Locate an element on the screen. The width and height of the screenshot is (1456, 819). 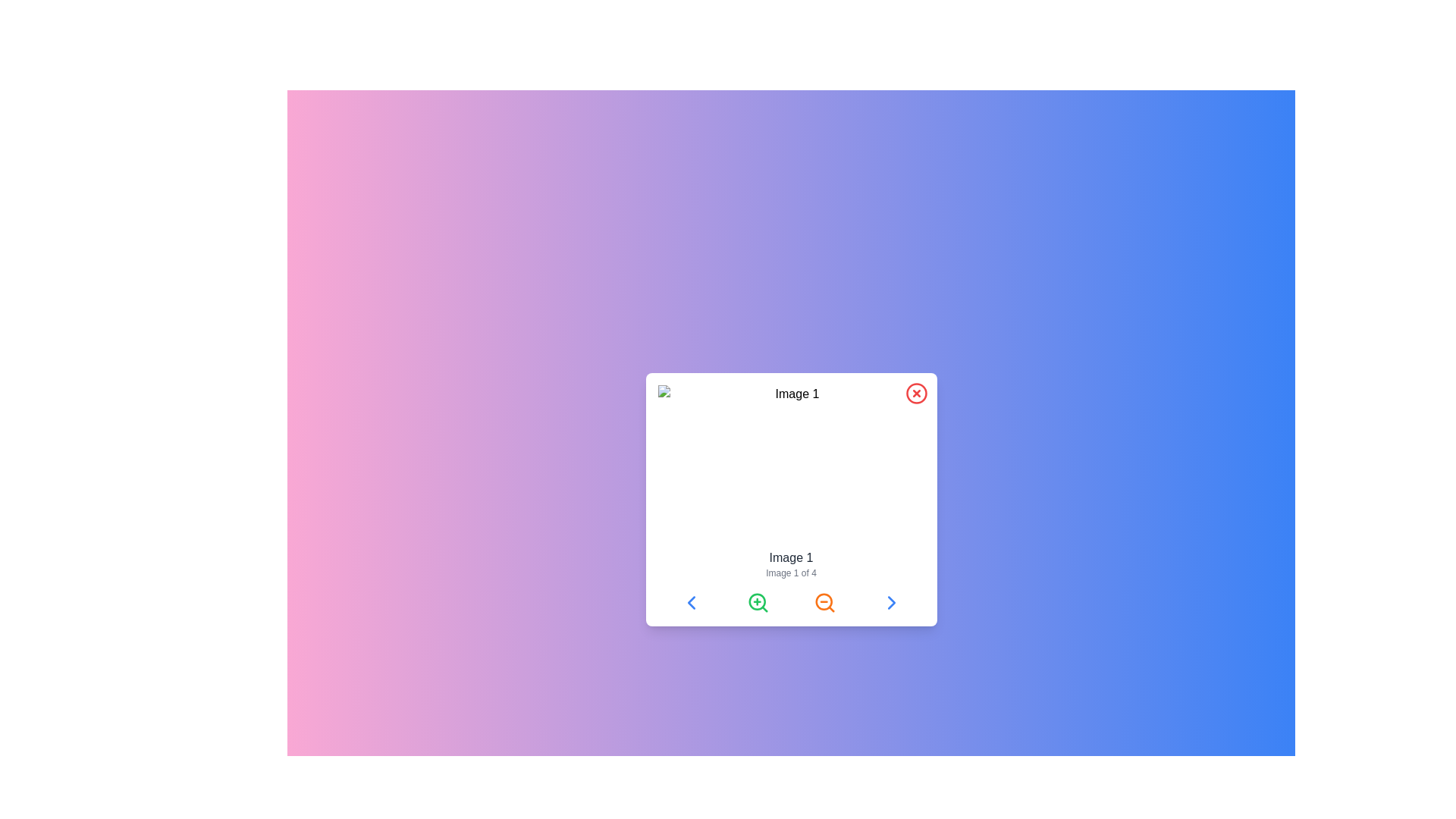
the label or caption text located beneath 'Image 1' in the centered dialog box, which provides auxiliary information about the current image is located at coordinates (790, 573).